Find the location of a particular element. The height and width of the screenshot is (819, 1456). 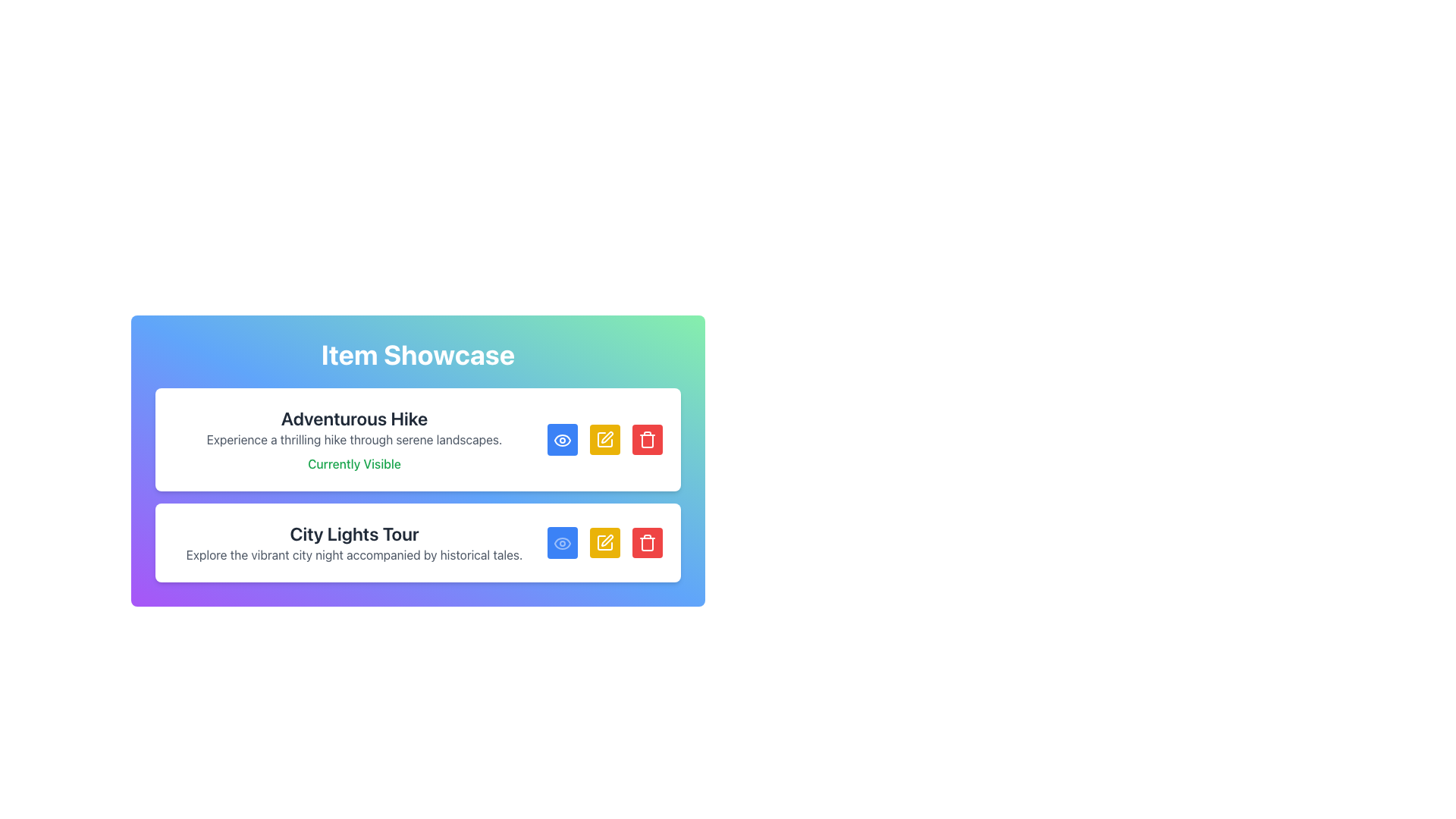

the edit icon located in the bottom group of options, which is the second icon associated with 'City Lights Tour', to initiate editing functionality is located at coordinates (604, 542).